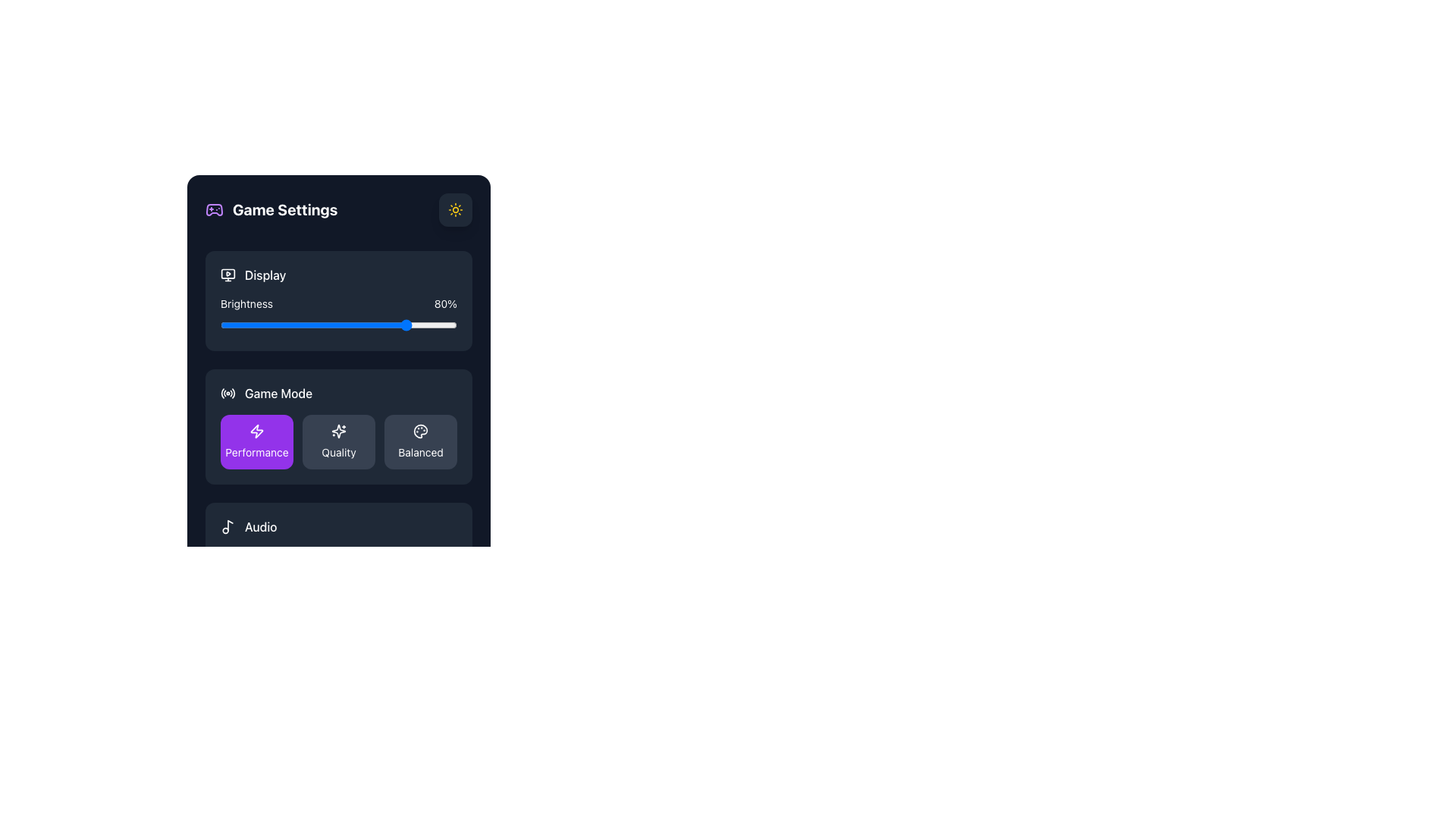 The height and width of the screenshot is (819, 1456). What do you see at coordinates (253, 324) in the screenshot?
I see `brightness` at bounding box center [253, 324].